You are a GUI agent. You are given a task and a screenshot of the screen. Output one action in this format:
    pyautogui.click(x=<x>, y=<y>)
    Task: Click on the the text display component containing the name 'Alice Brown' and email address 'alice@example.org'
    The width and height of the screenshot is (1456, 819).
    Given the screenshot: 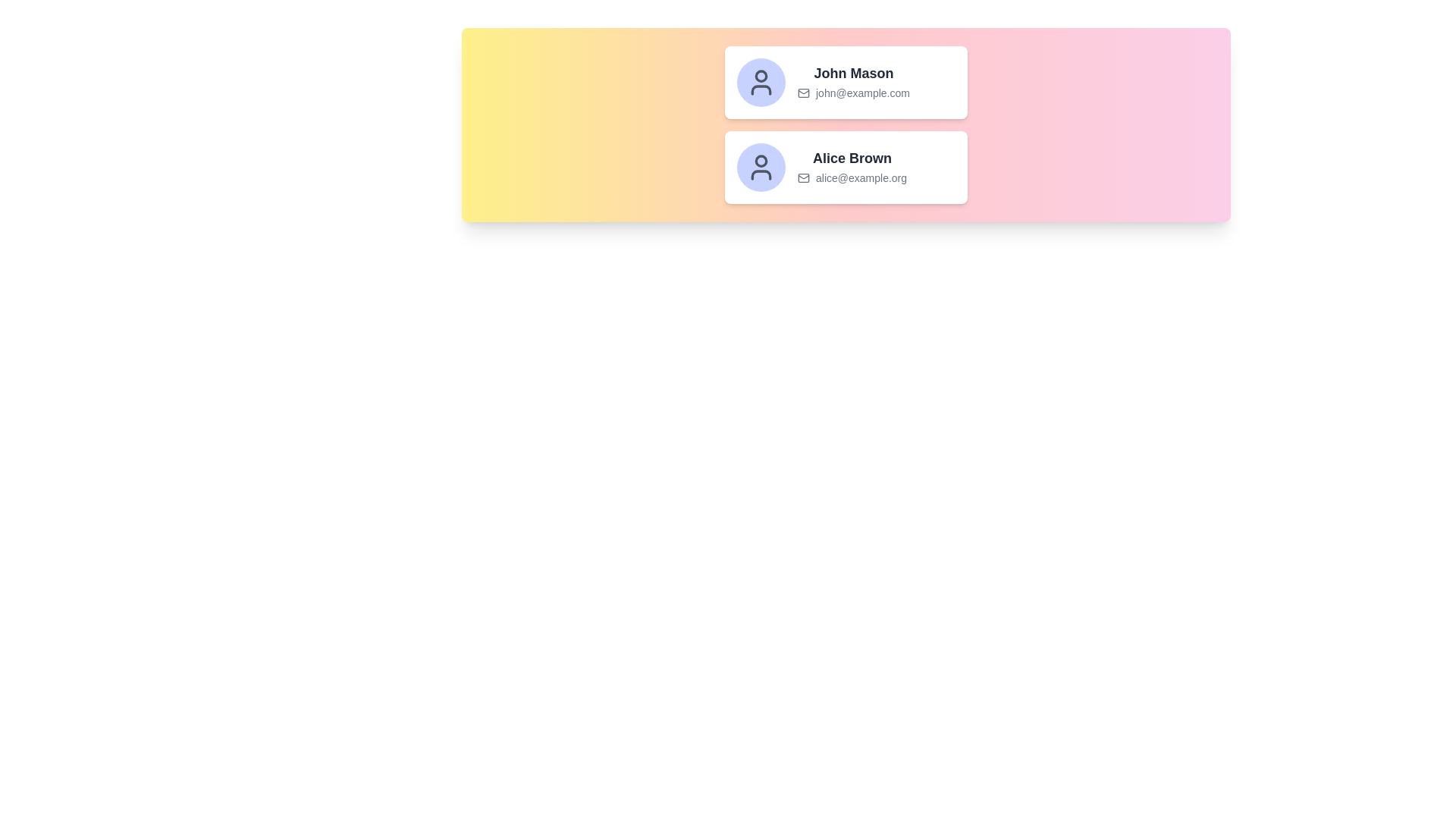 What is the action you would take?
    pyautogui.click(x=852, y=167)
    